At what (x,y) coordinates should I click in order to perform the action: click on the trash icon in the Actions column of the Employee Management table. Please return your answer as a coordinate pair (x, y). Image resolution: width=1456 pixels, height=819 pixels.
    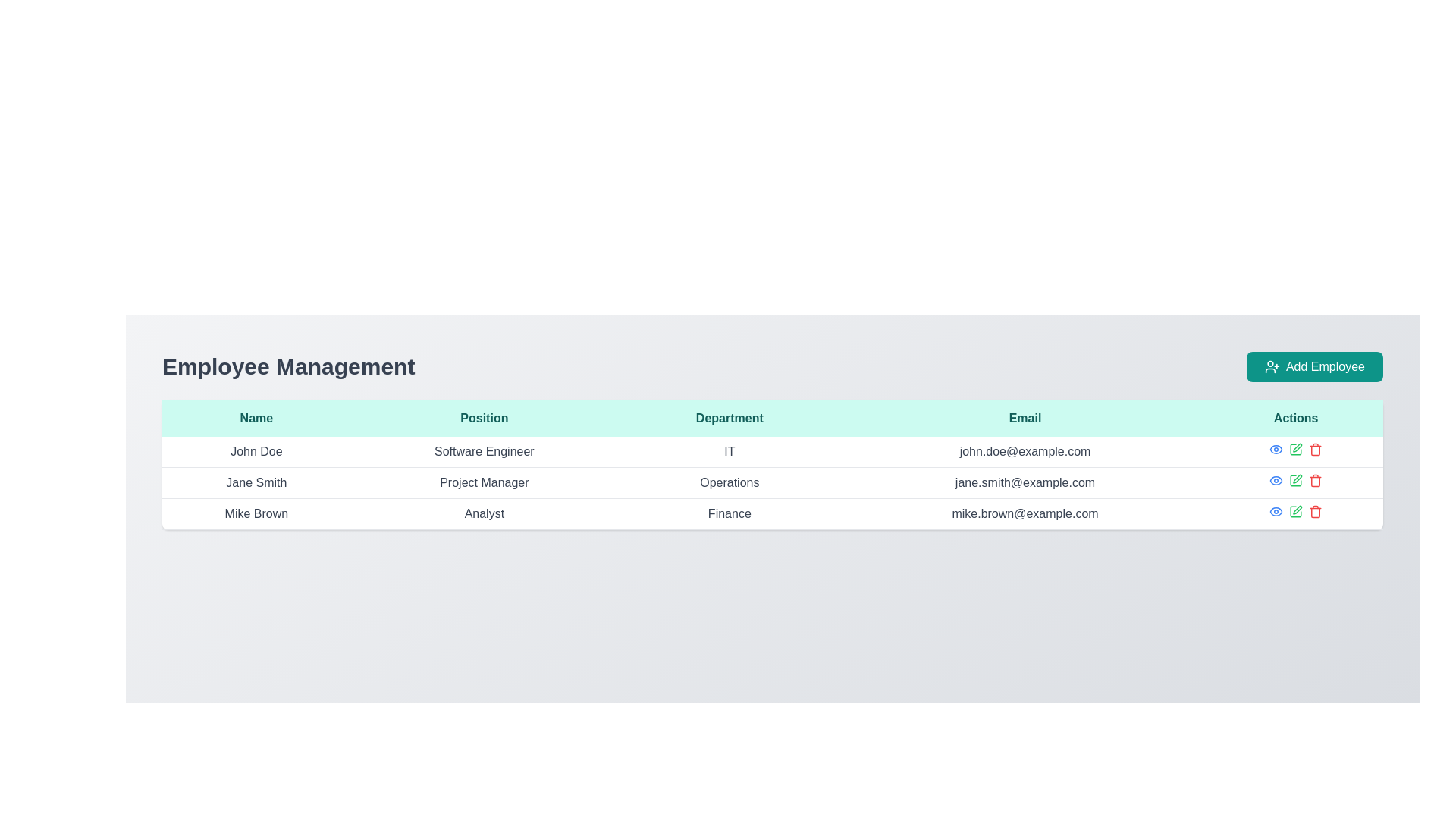
    Looking at the image, I should click on (1315, 482).